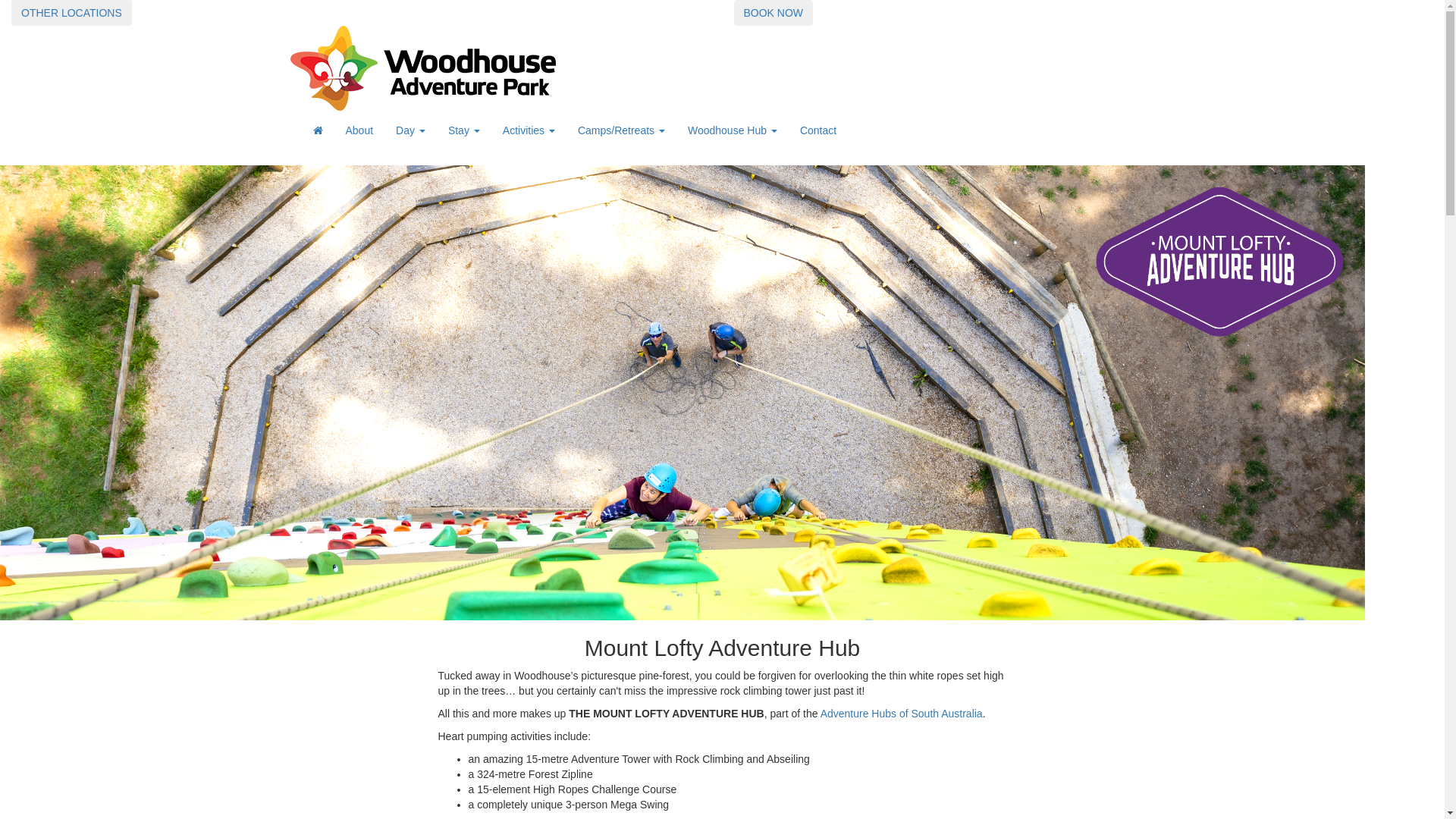 This screenshot has width=1456, height=819. Describe the element at coordinates (817, 130) in the screenshot. I see `'Contact'` at that location.